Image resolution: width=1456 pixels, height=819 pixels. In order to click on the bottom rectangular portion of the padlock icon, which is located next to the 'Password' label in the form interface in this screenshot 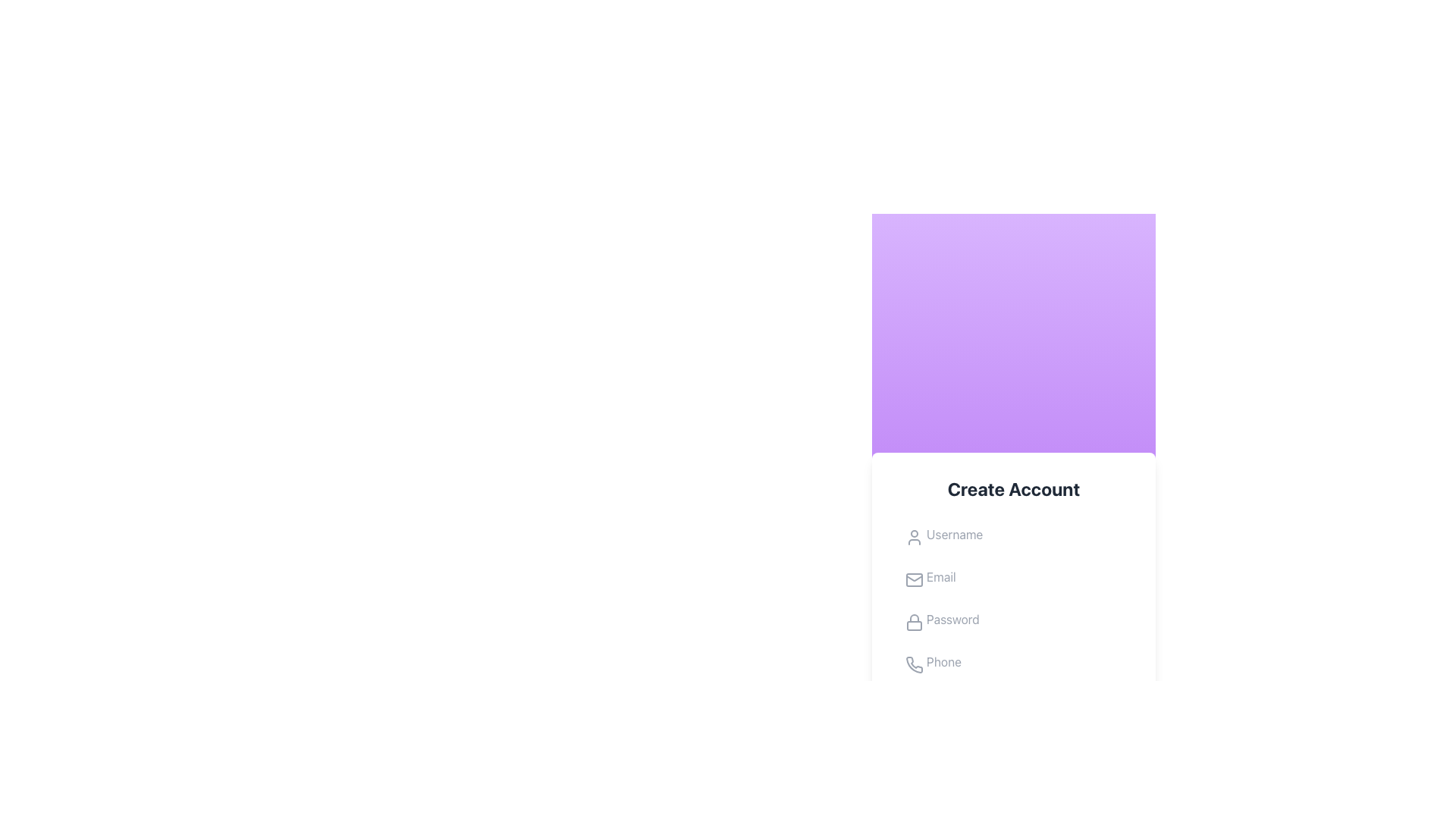, I will do `click(913, 626)`.